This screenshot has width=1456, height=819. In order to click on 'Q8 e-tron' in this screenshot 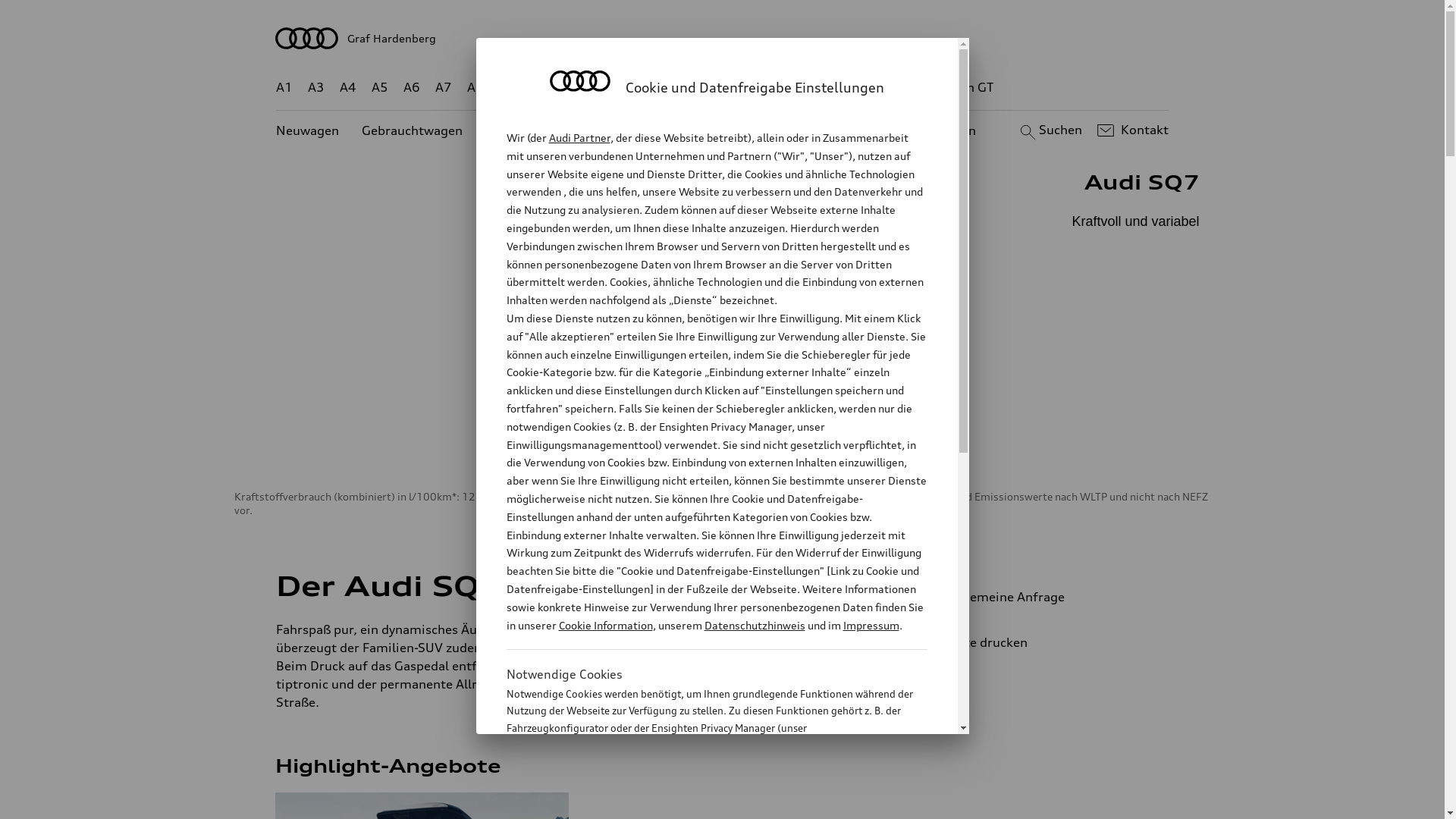, I will do `click(764, 87)`.